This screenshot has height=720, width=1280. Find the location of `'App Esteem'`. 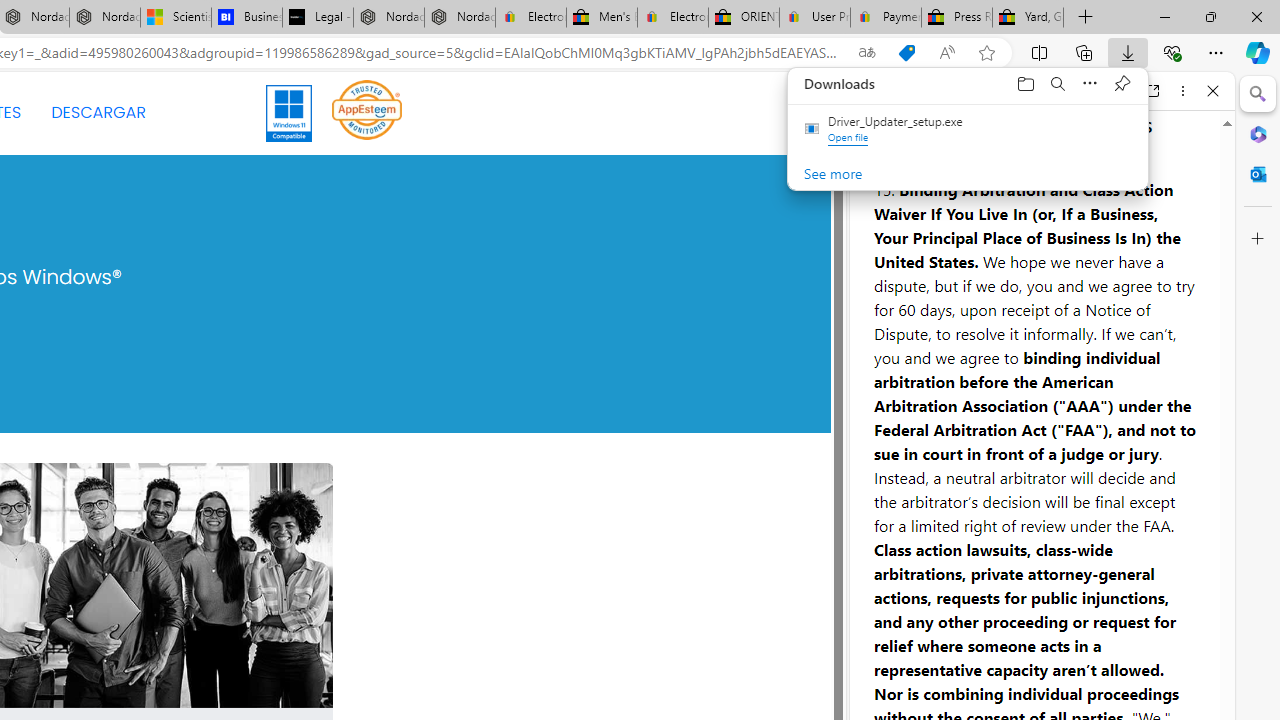

'App Esteem' is located at coordinates (367, 109).